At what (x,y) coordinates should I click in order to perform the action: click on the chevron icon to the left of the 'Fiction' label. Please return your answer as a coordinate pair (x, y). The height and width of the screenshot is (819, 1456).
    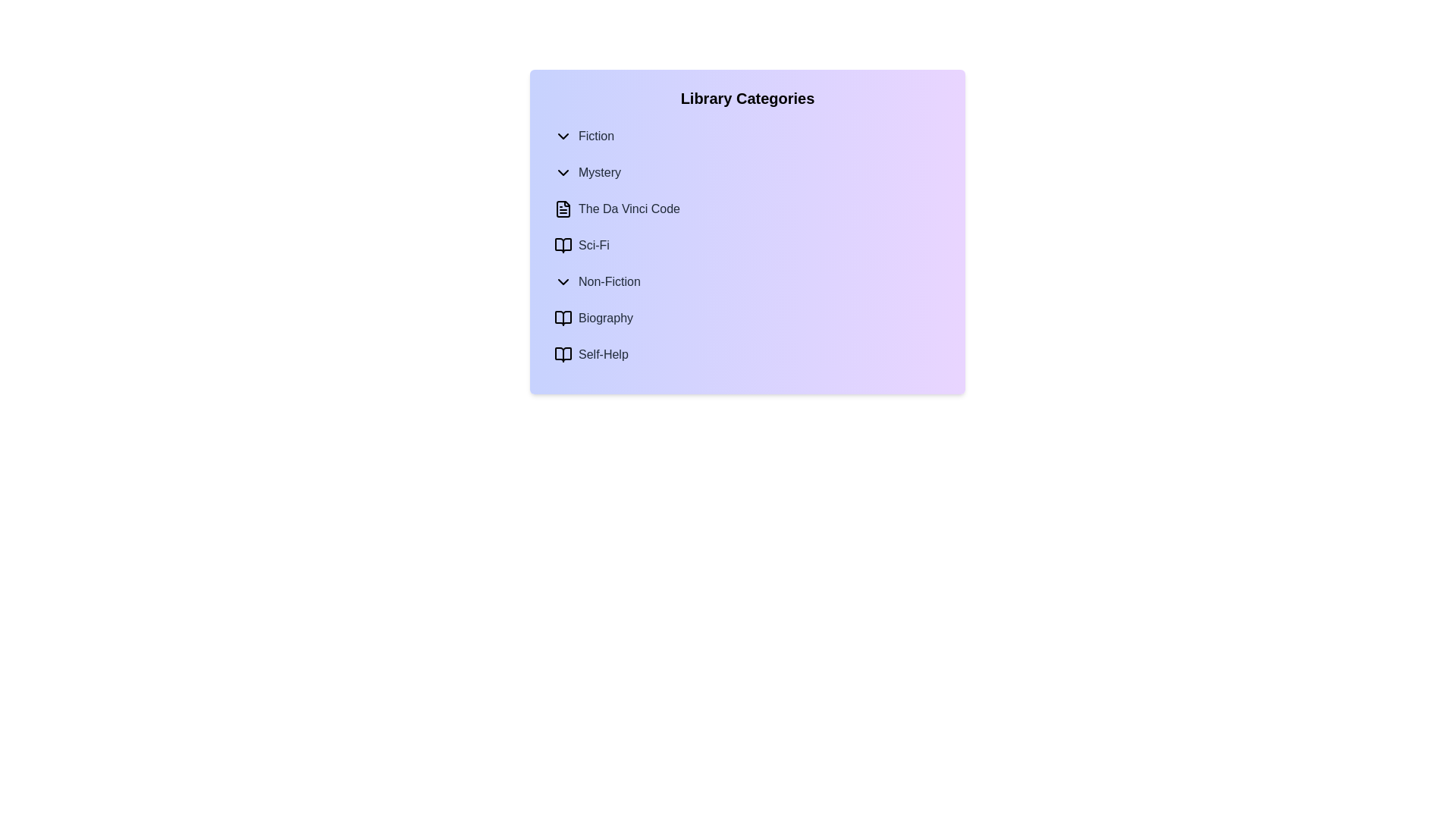
    Looking at the image, I should click on (563, 136).